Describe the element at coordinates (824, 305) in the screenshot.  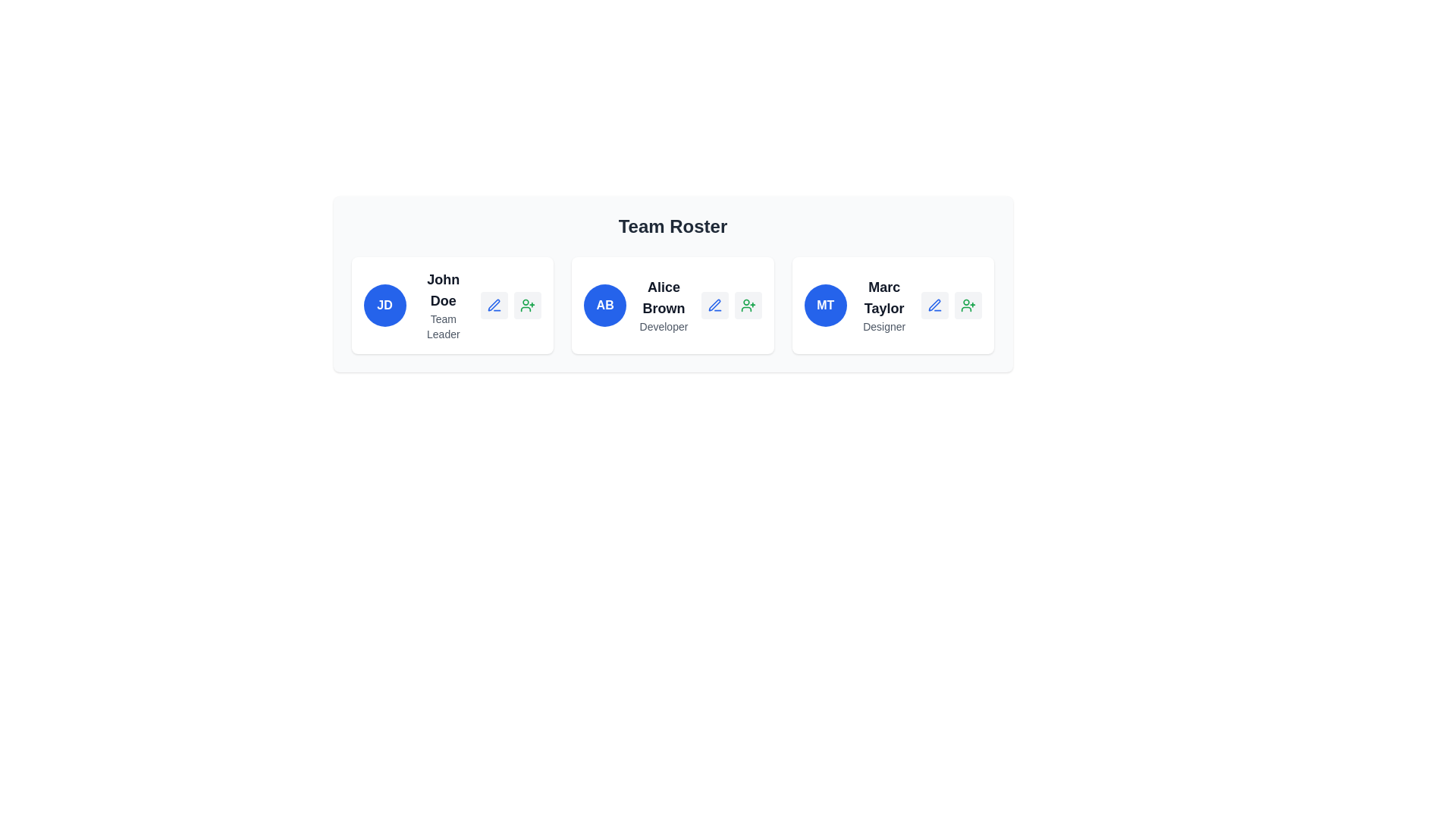
I see `the Avatar Badge for Marc Taylor, which visually represents his initials and is located to the left of the text 'Marc Taylor' and 'Designer' within the rightmost card of three cards` at that location.